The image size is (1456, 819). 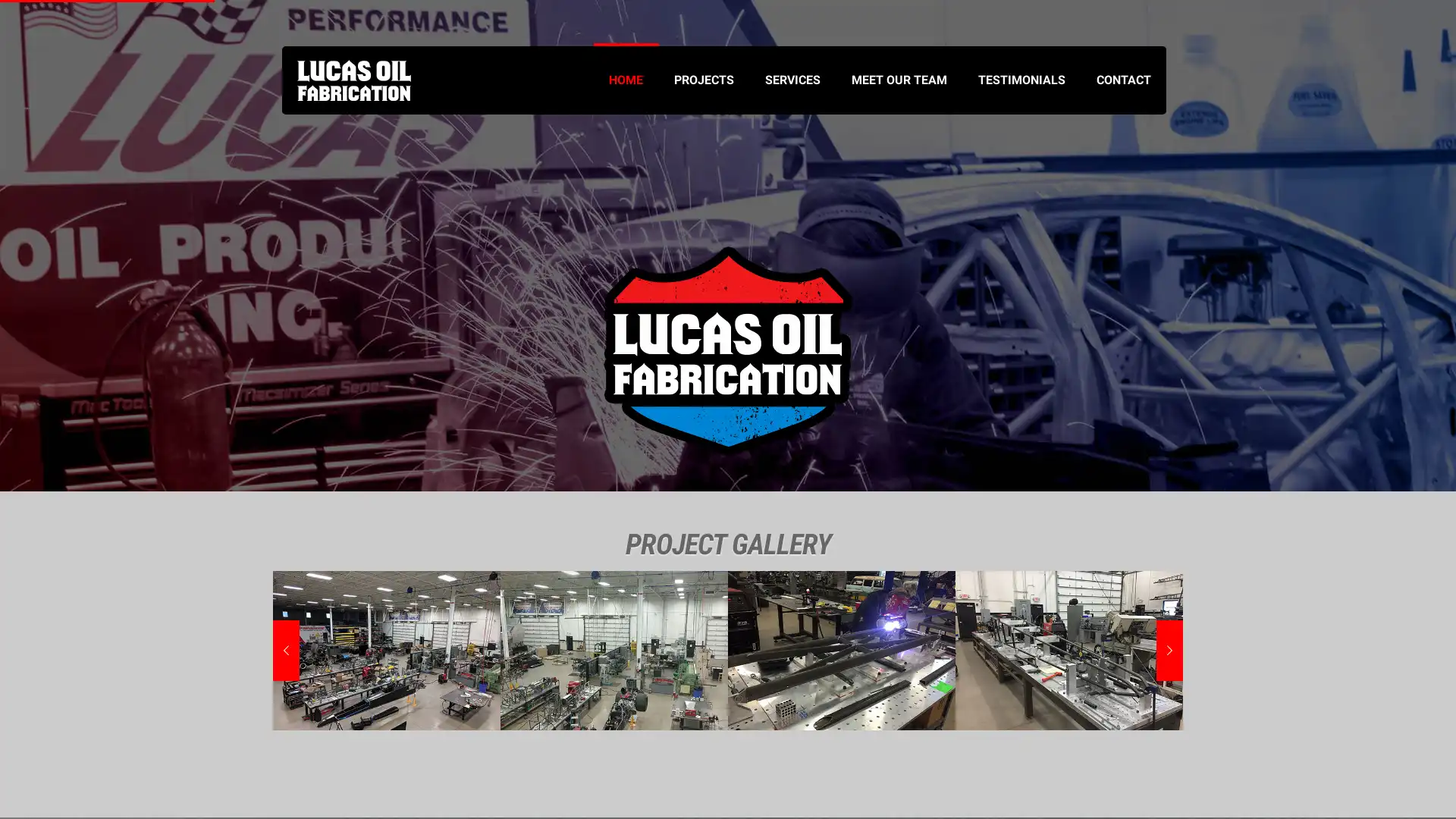 I want to click on Accept All, so click(x=296, y=755).